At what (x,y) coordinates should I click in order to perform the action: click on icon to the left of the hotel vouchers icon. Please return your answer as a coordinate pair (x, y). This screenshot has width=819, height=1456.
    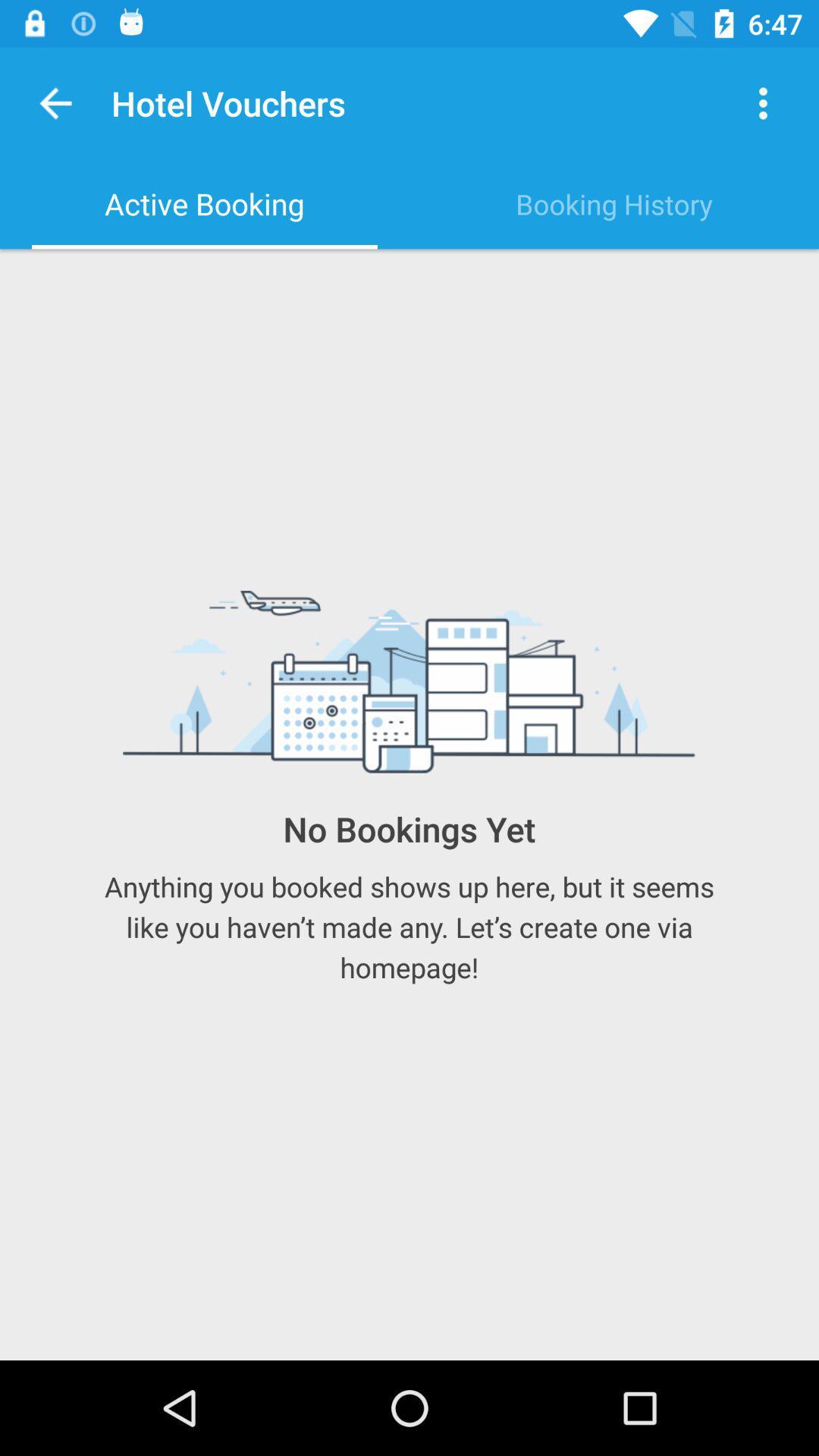
    Looking at the image, I should click on (55, 102).